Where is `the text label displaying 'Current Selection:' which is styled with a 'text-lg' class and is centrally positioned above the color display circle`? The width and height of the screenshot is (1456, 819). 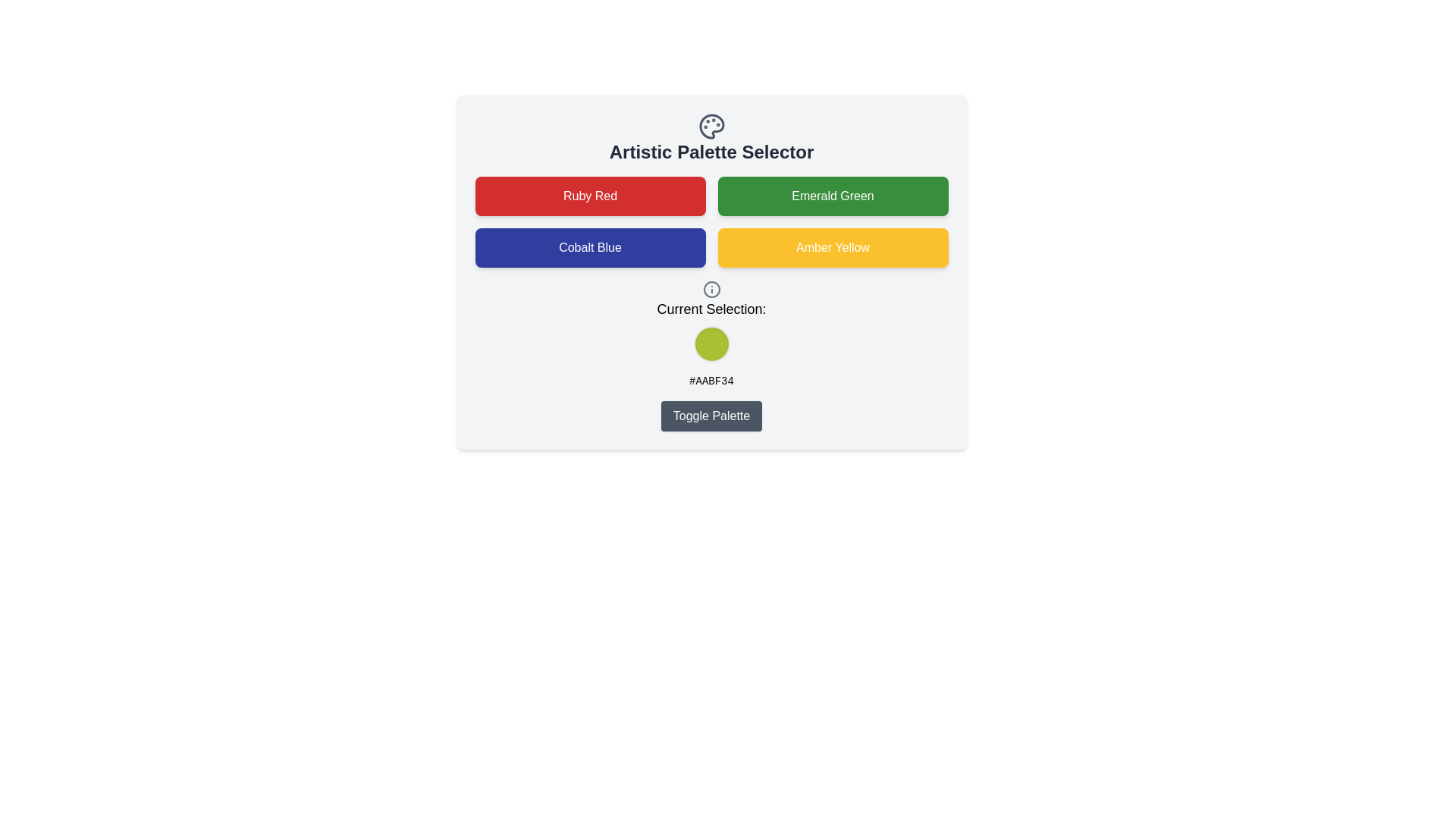
the text label displaying 'Current Selection:' which is styled with a 'text-lg' class and is centrally positioned above the color display circle is located at coordinates (711, 308).